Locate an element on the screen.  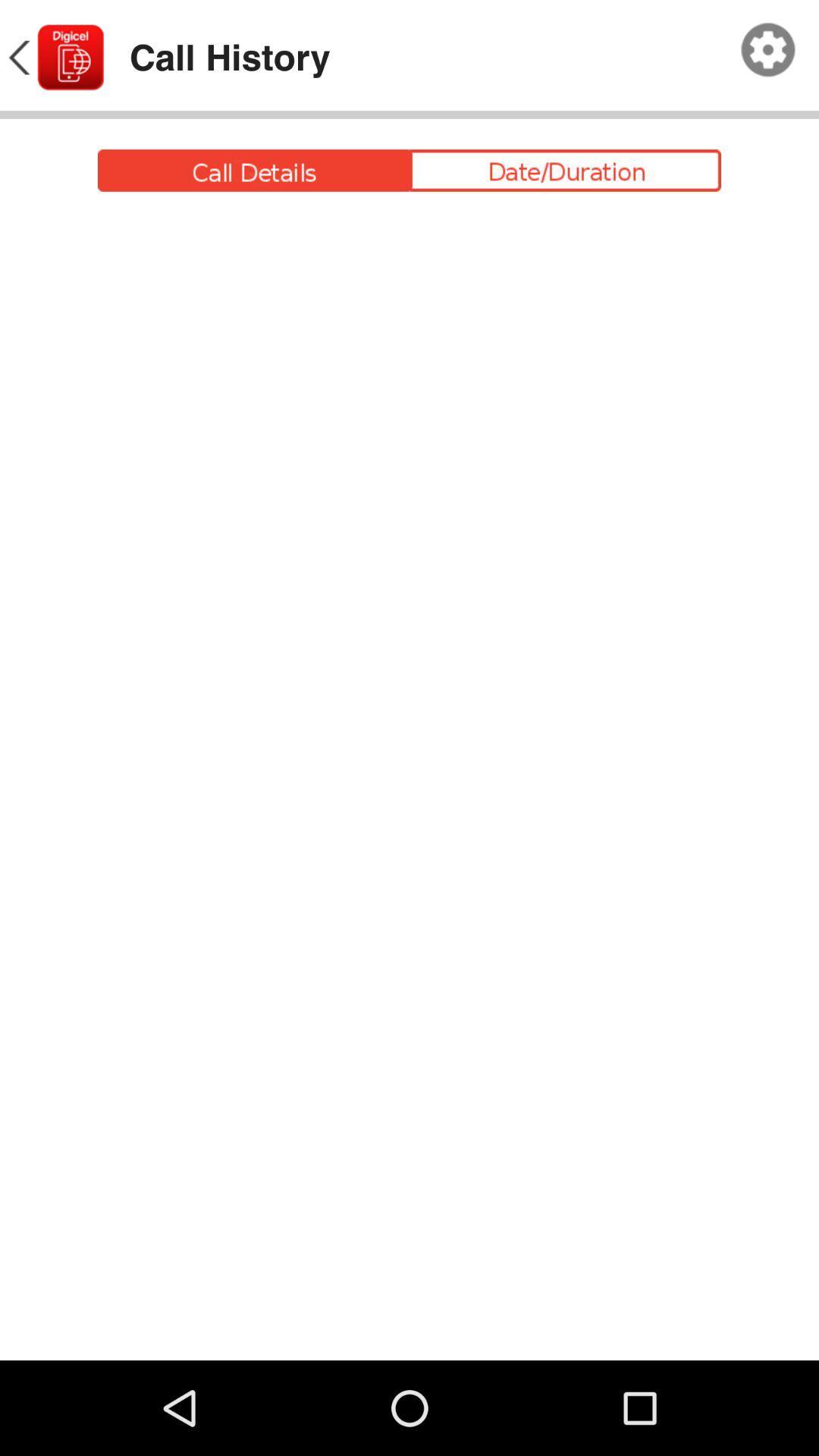
go back is located at coordinates (54, 58).